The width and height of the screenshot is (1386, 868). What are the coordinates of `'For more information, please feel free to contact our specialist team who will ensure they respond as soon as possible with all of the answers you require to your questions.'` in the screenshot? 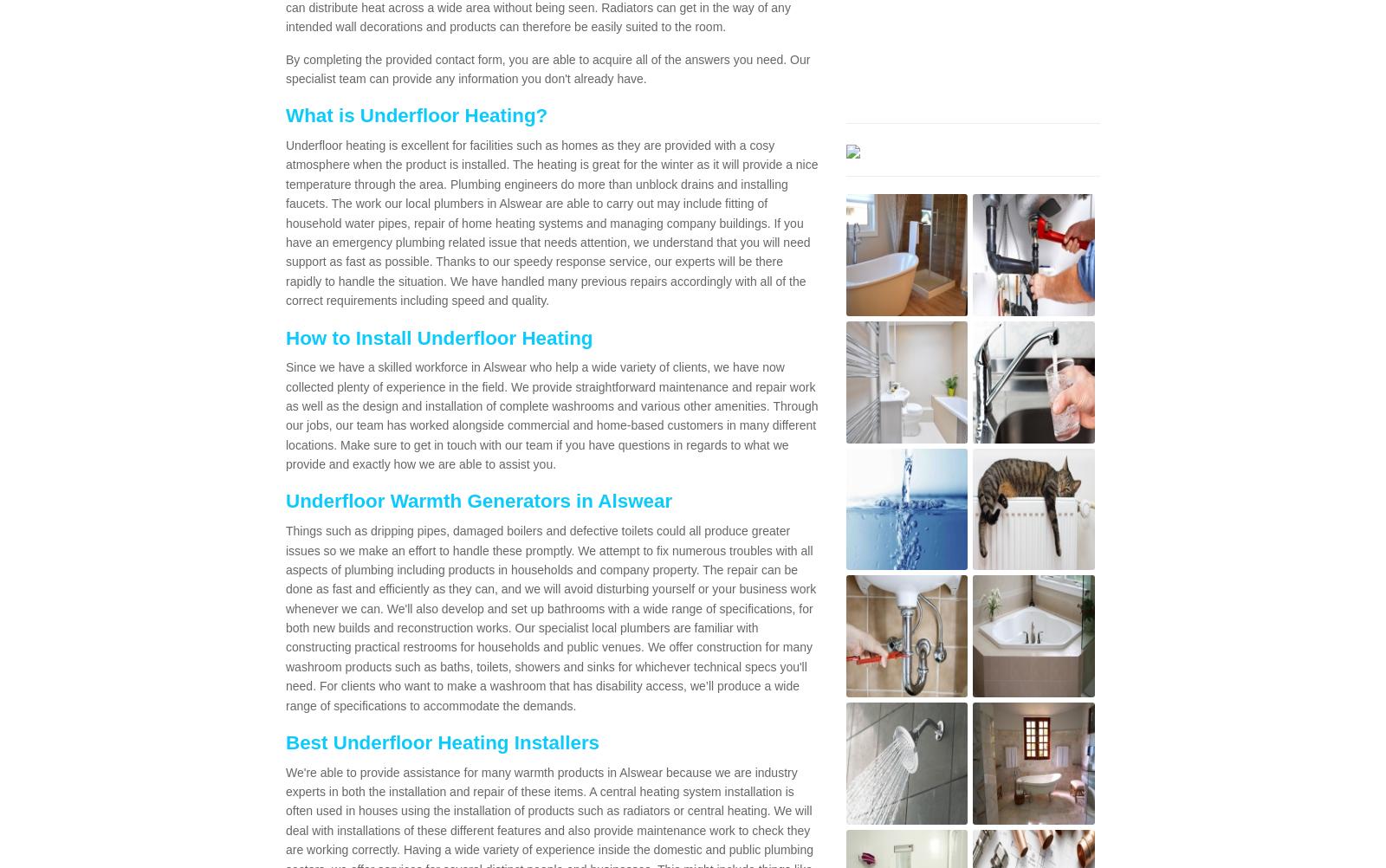 It's located at (295, 653).